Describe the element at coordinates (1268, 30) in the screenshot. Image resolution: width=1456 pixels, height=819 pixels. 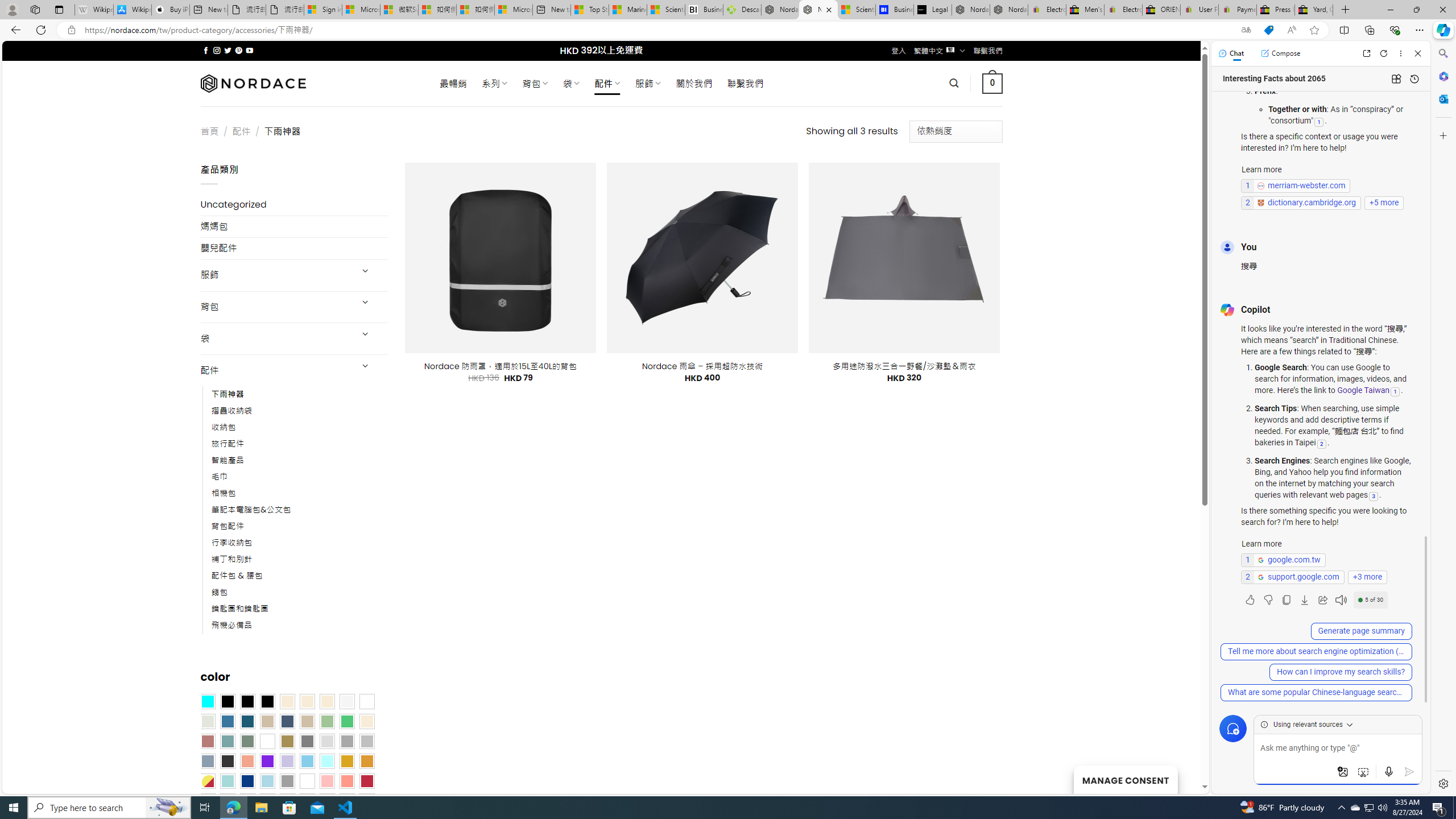
I see `'This site has coupons! Shopping in Microsoft Edge'` at that location.